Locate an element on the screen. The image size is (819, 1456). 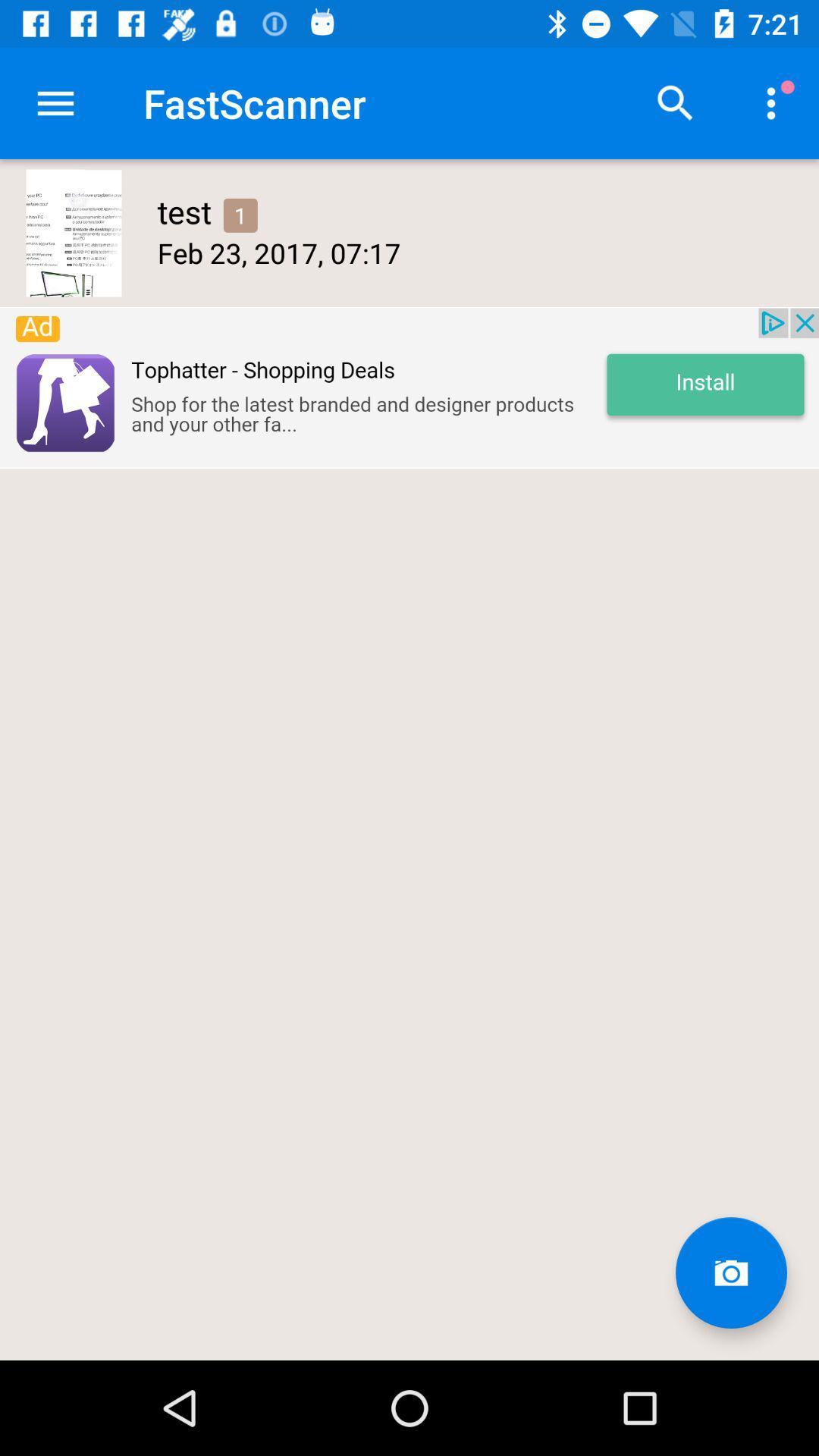
search for is located at coordinates (675, 102).